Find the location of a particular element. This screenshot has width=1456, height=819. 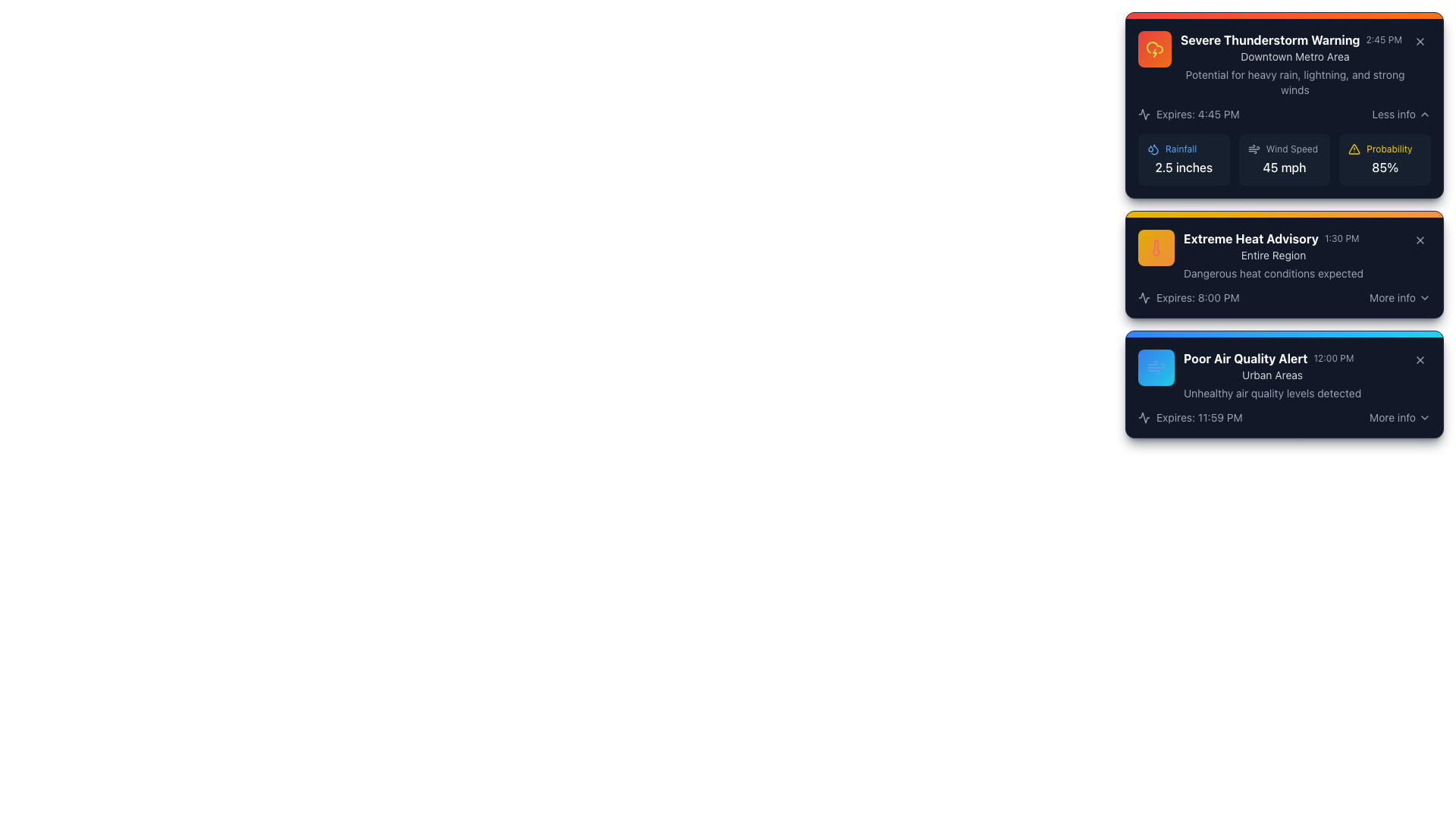

the activity indicator icon located at the leftmost side of the row containing the text 'Expires: 11:59 PM' is located at coordinates (1144, 418).